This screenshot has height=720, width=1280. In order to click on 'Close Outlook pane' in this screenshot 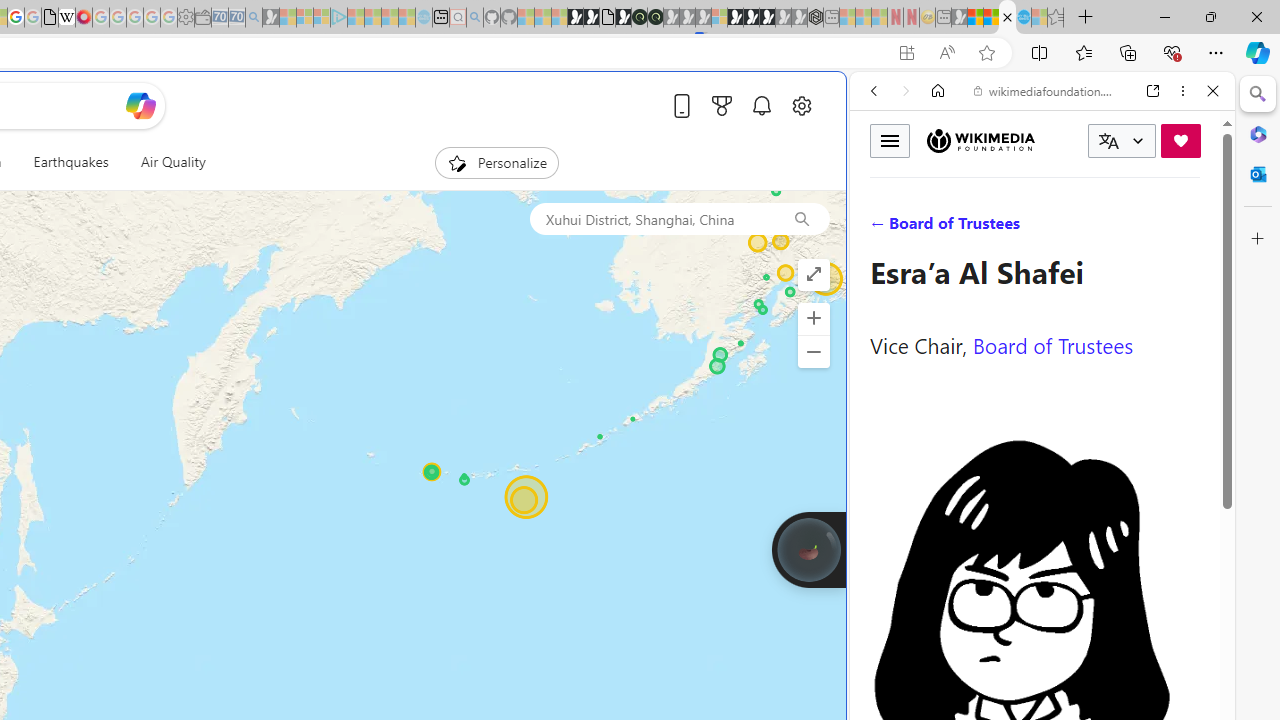, I will do `click(1257, 173)`.